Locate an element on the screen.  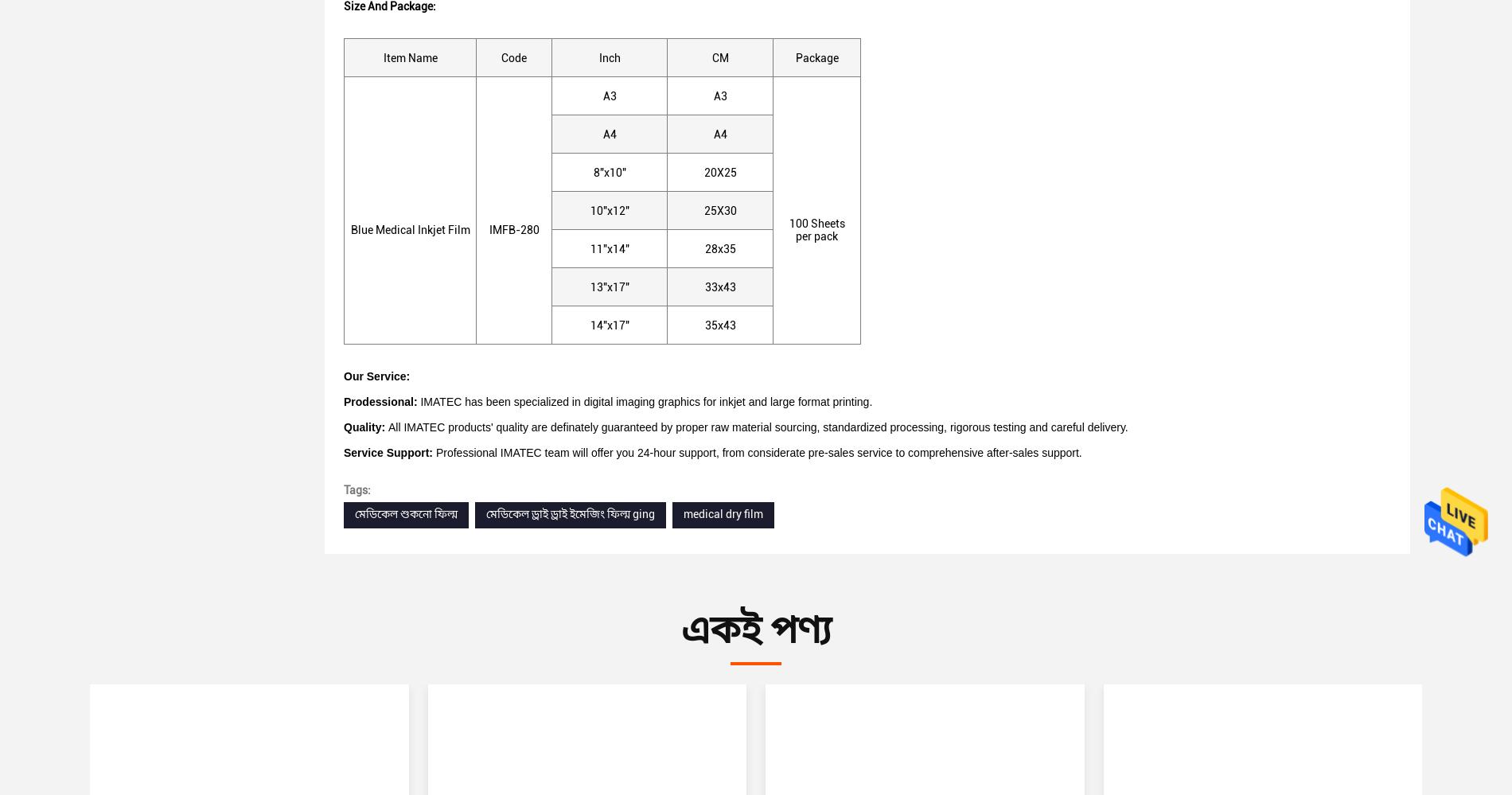
'13"x17"' is located at coordinates (608, 286).